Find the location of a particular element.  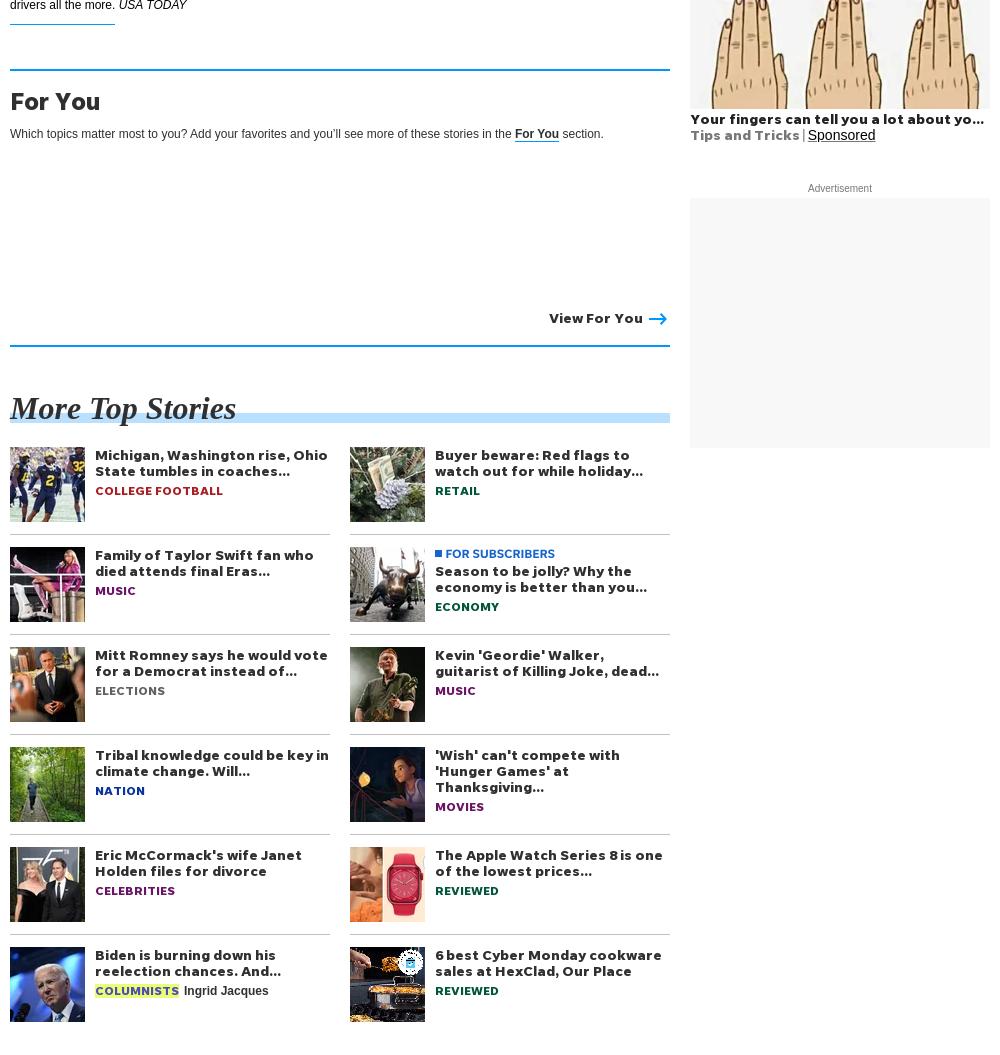

''Wish' can't compete with 'Hunger Games' at Thanksgiving…' is located at coordinates (435, 769).